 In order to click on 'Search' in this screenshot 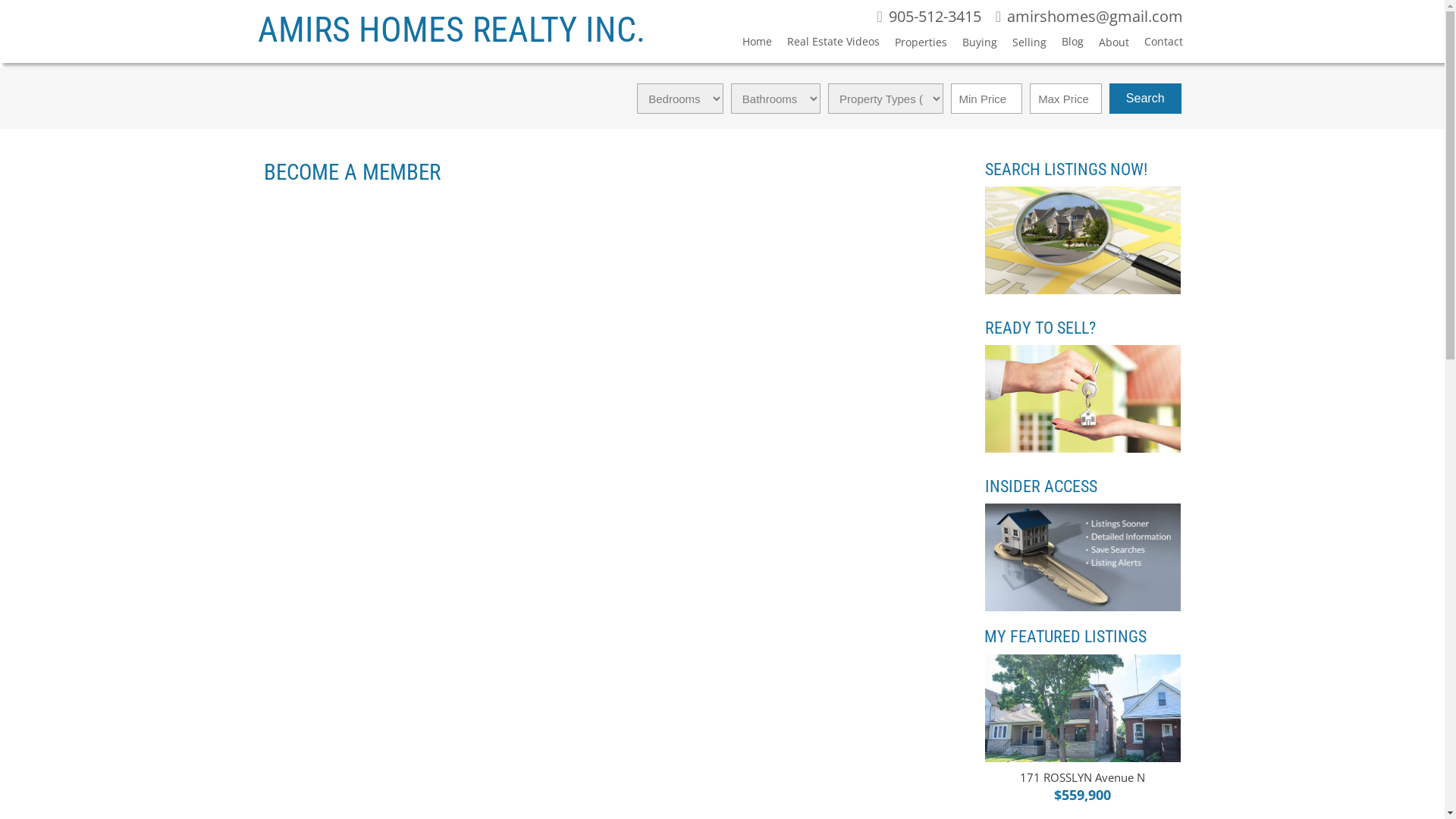, I will do `click(1145, 99)`.